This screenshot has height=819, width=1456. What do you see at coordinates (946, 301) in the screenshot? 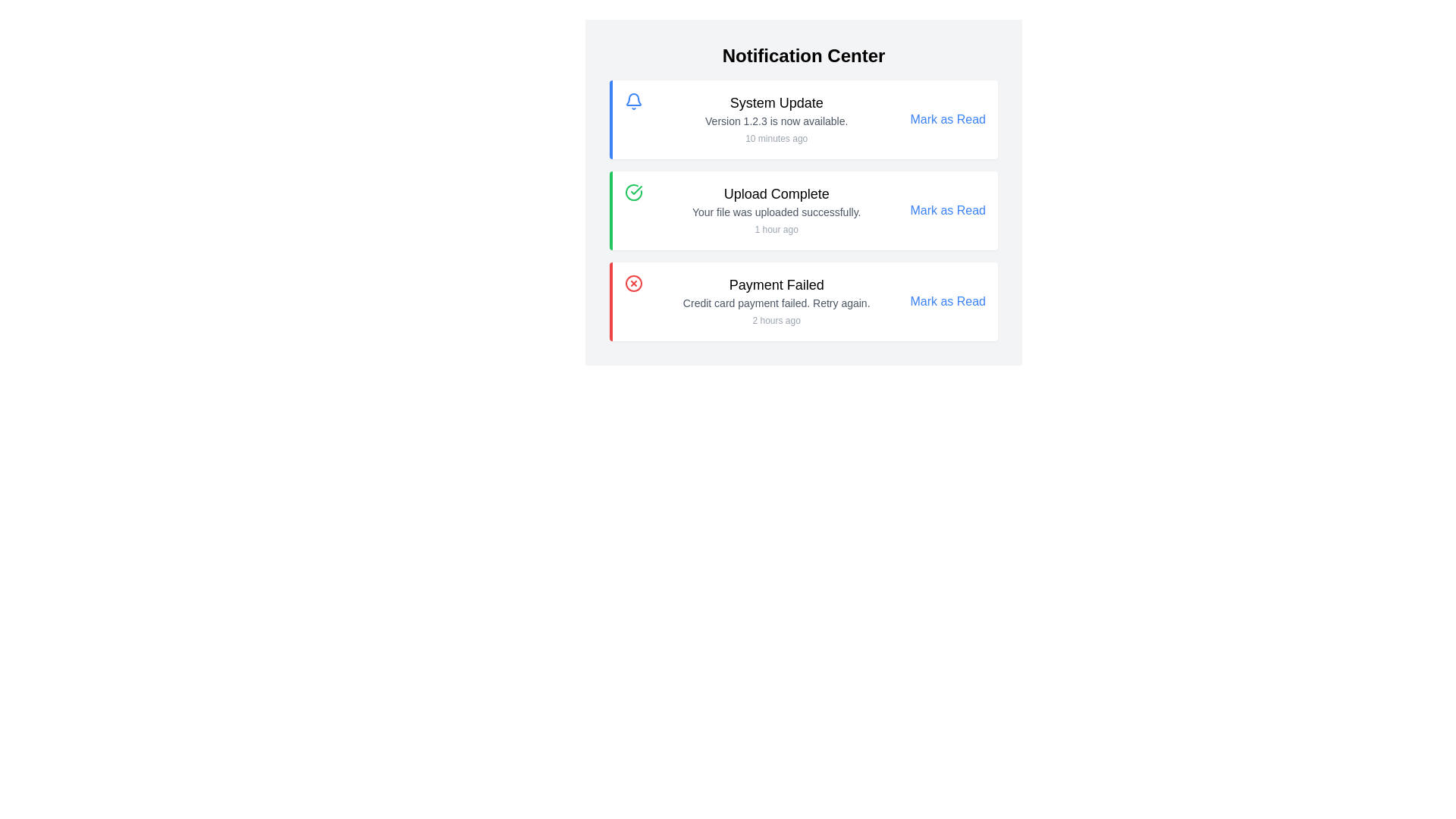
I see `the 'Mark as Read' link located in the rightmost section of the third notification card to change its status to read` at bounding box center [946, 301].